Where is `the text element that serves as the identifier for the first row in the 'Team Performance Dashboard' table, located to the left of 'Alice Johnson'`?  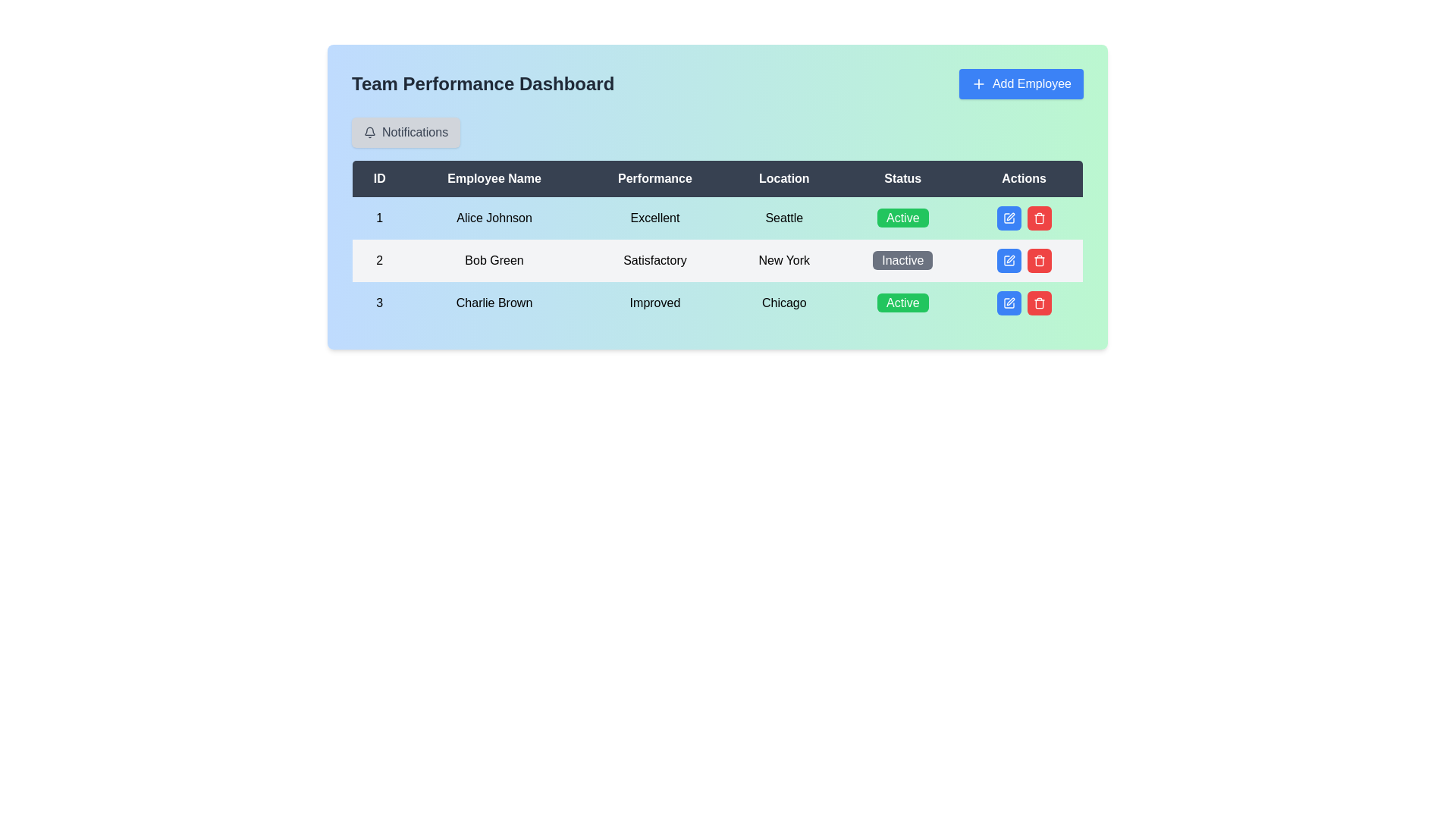 the text element that serves as the identifier for the first row in the 'Team Performance Dashboard' table, located to the left of 'Alice Johnson' is located at coordinates (379, 218).